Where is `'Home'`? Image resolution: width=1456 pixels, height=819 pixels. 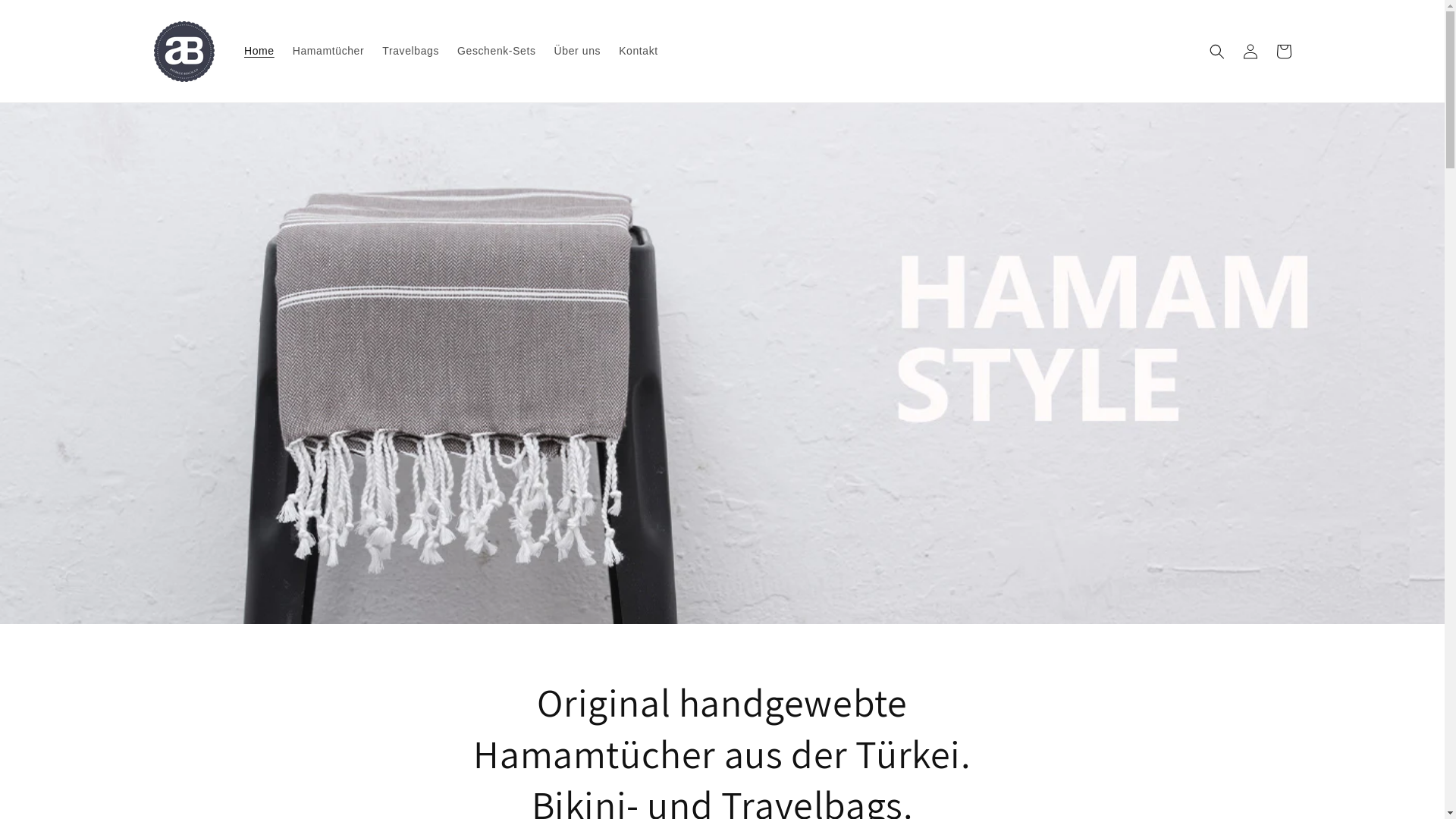 'Home' is located at coordinates (234, 49).